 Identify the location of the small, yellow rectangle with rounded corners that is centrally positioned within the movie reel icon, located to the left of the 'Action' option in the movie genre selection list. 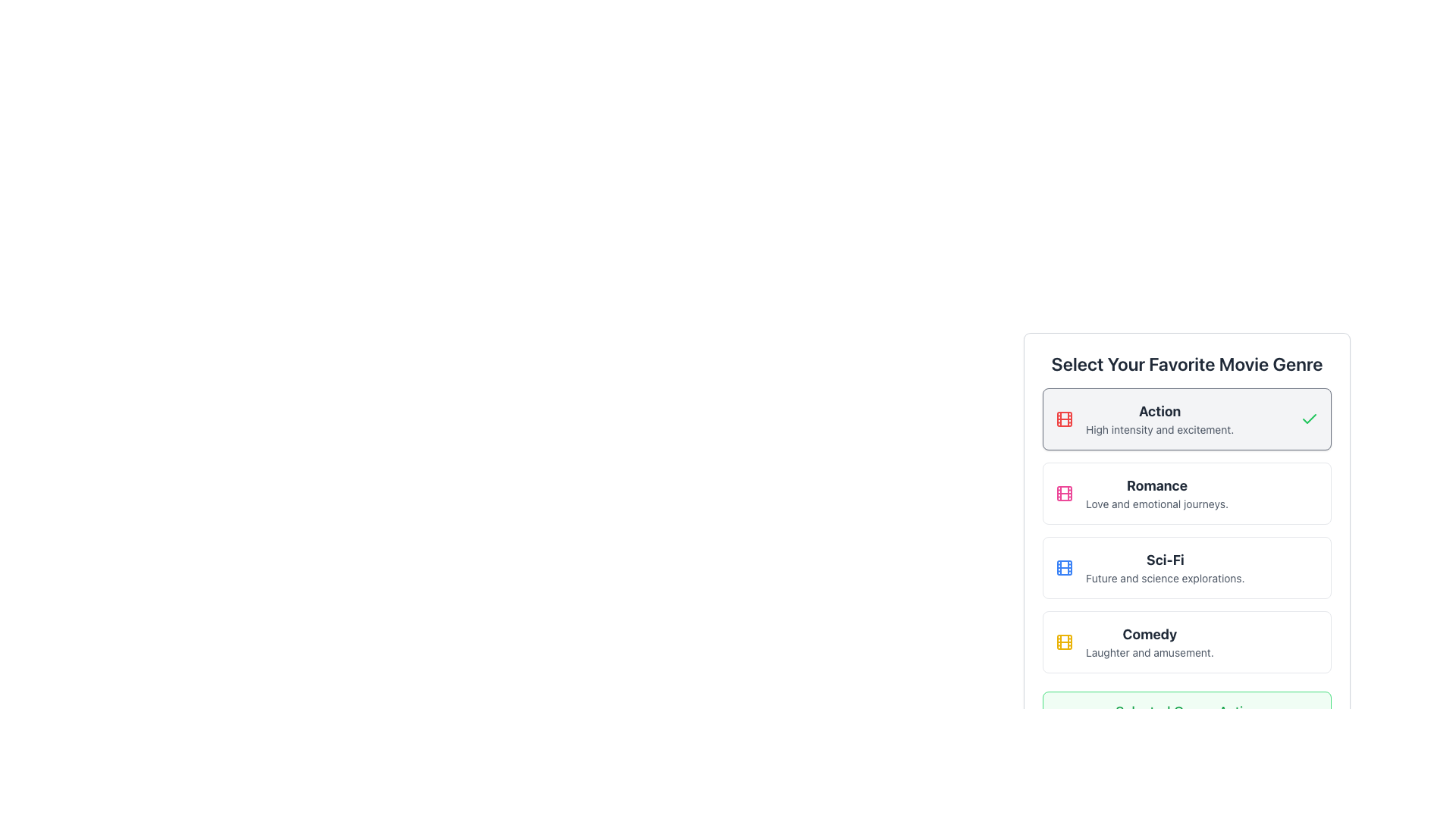
(1063, 642).